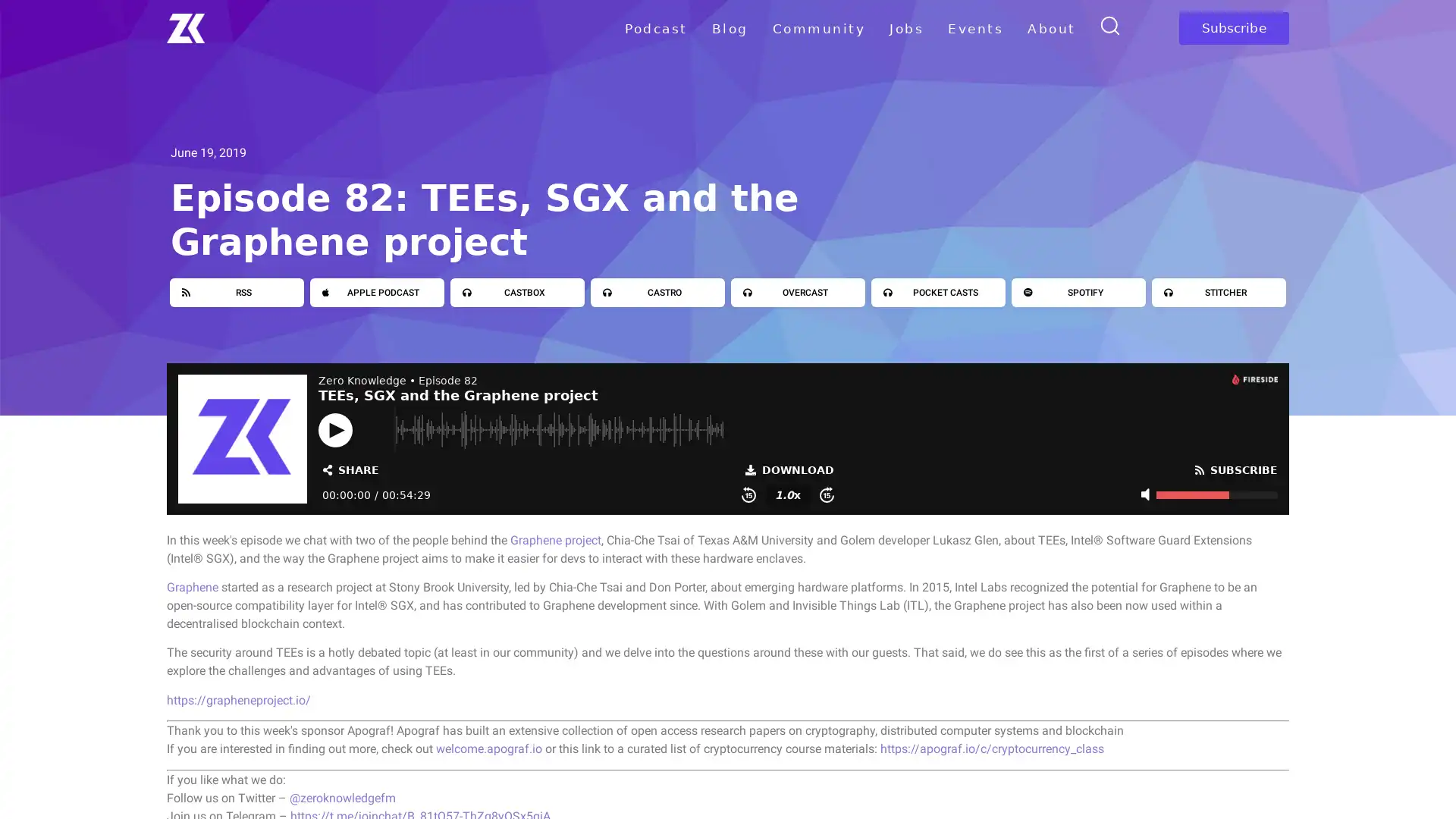 The height and width of the screenshot is (819, 1456). I want to click on RSS, so click(236, 292).